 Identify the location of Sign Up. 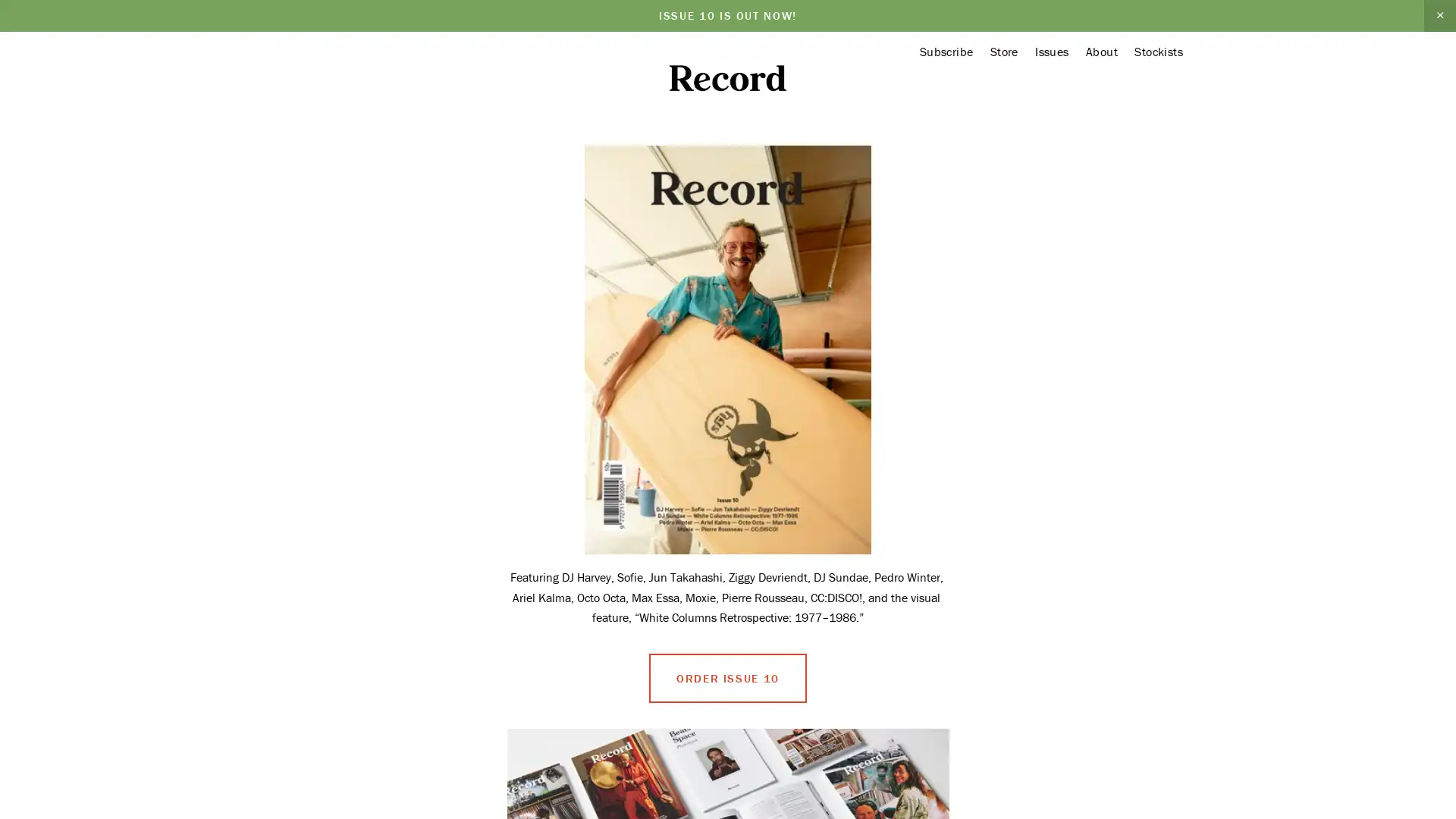
(1370, 730).